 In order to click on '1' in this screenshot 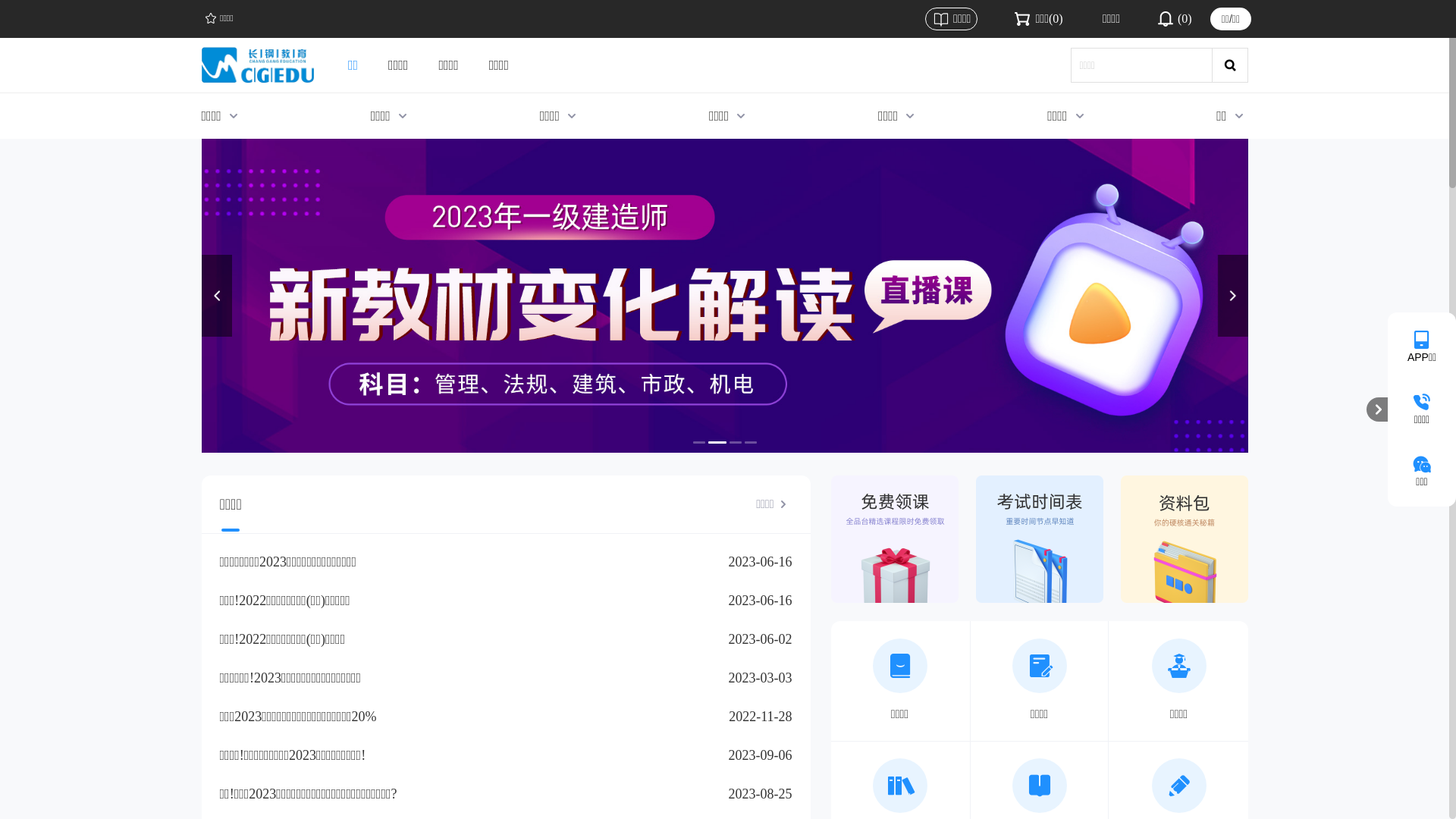, I will do `click(698, 442)`.